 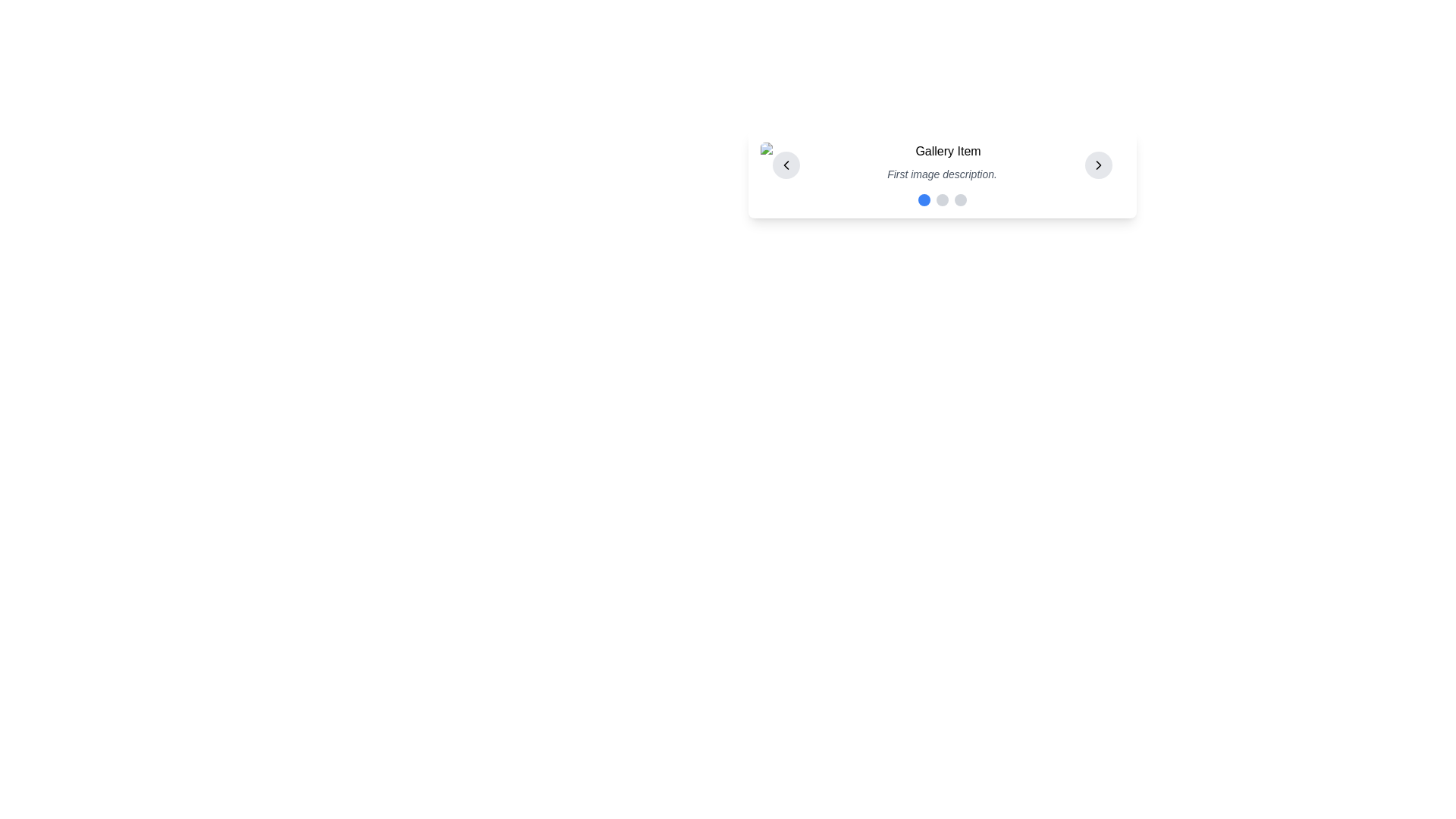 What do you see at coordinates (1098, 165) in the screenshot?
I see `the circular button with a gray background and a right-pointing chevron icon` at bounding box center [1098, 165].